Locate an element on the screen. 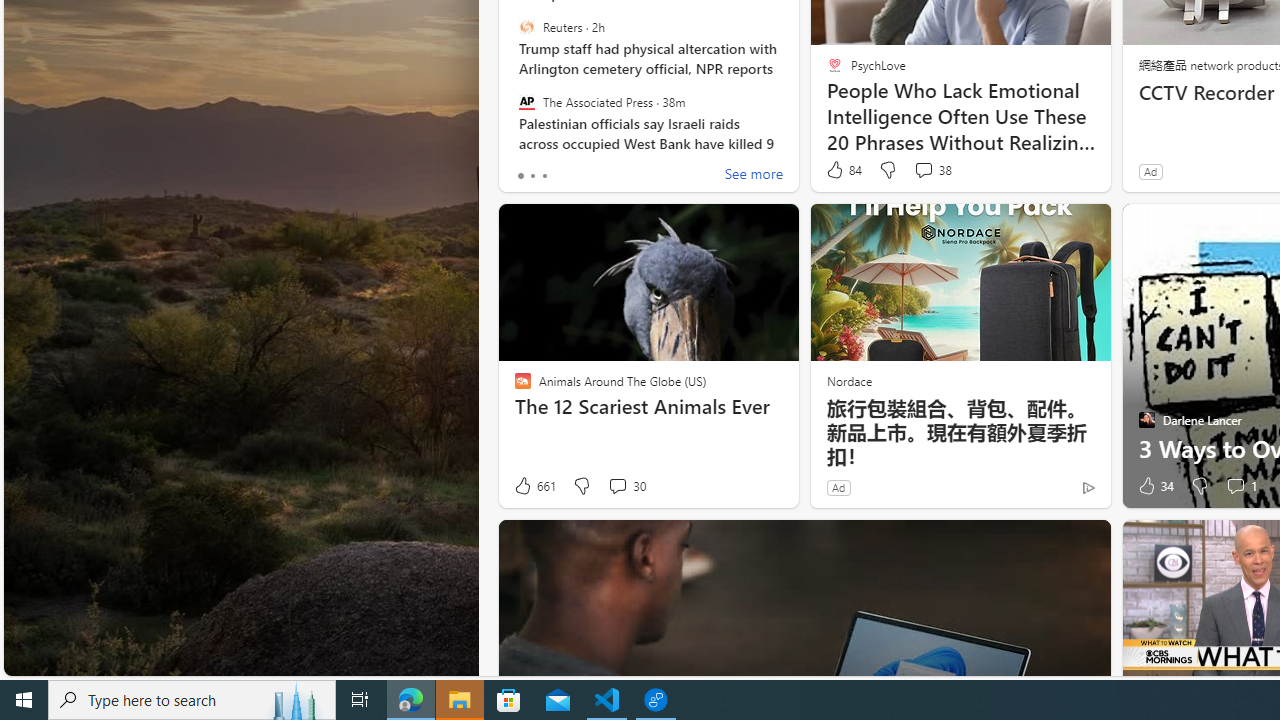 This screenshot has width=1280, height=720. 'Nordace' is located at coordinates (848, 380).